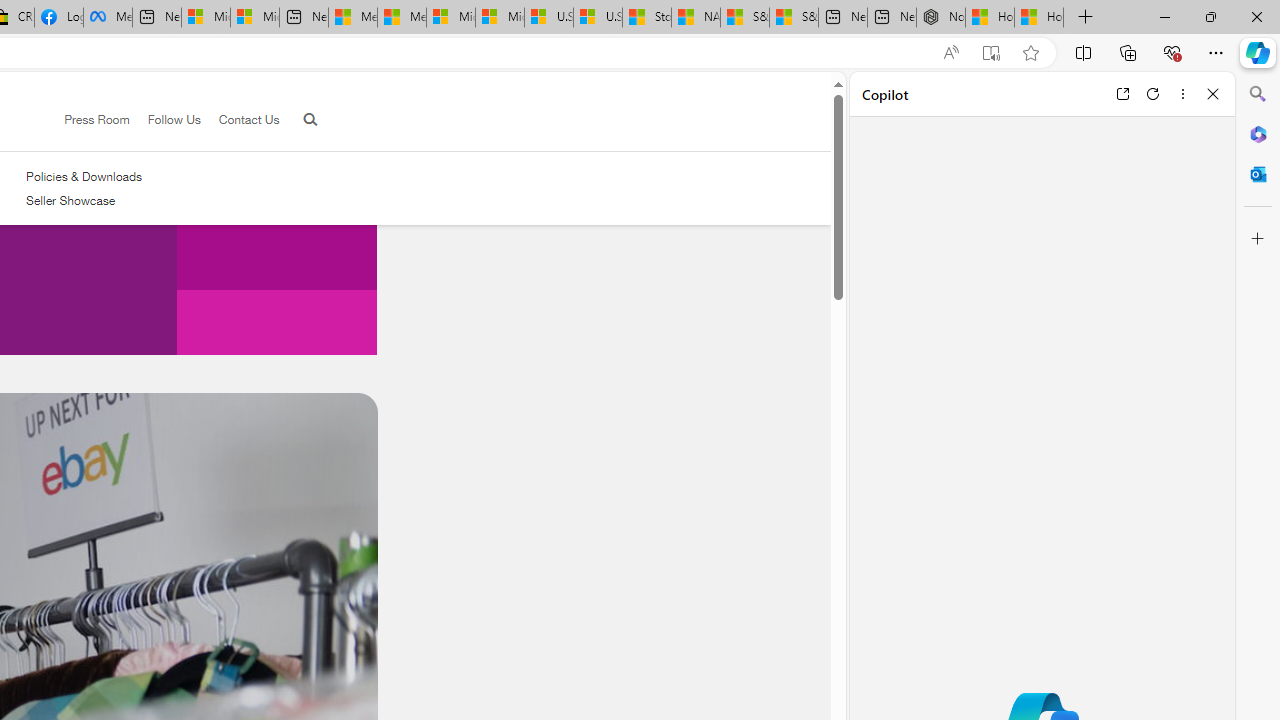 This screenshot has height=720, width=1280. Describe the element at coordinates (240, 120) in the screenshot. I see `'Contact Us'` at that location.